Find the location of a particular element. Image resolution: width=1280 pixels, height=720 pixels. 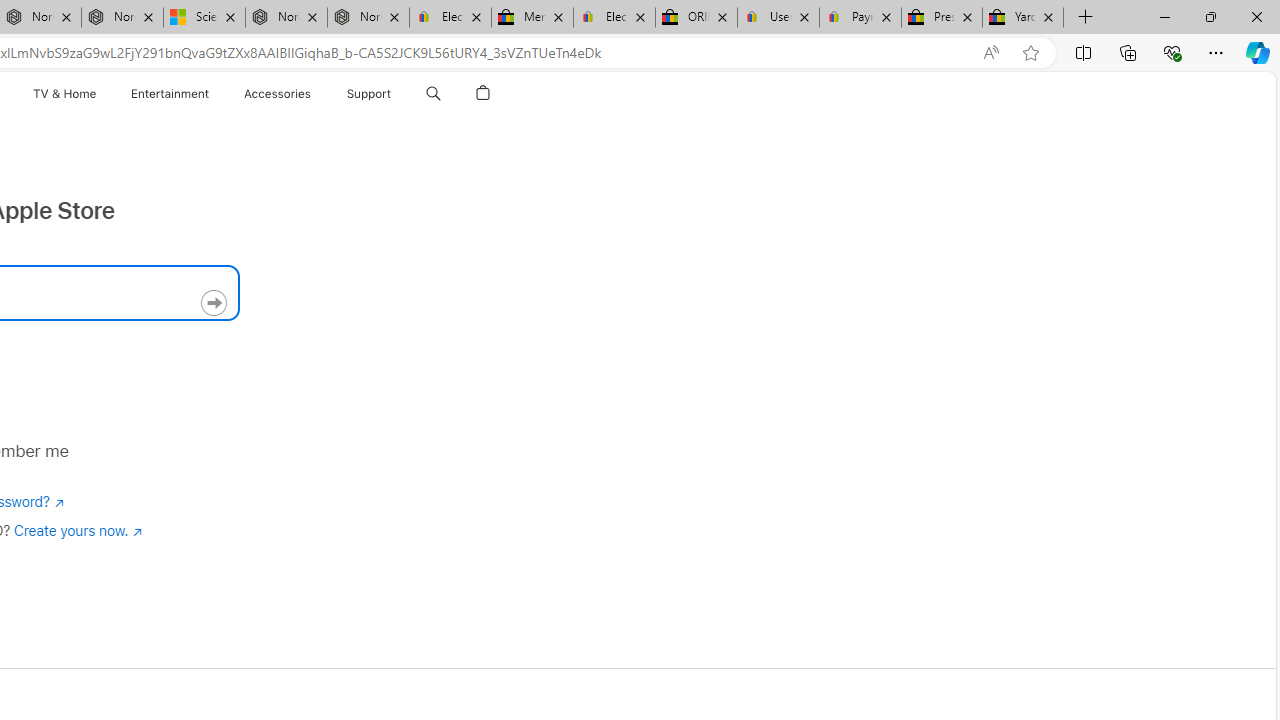

'Continue' is located at coordinates (213, 303).